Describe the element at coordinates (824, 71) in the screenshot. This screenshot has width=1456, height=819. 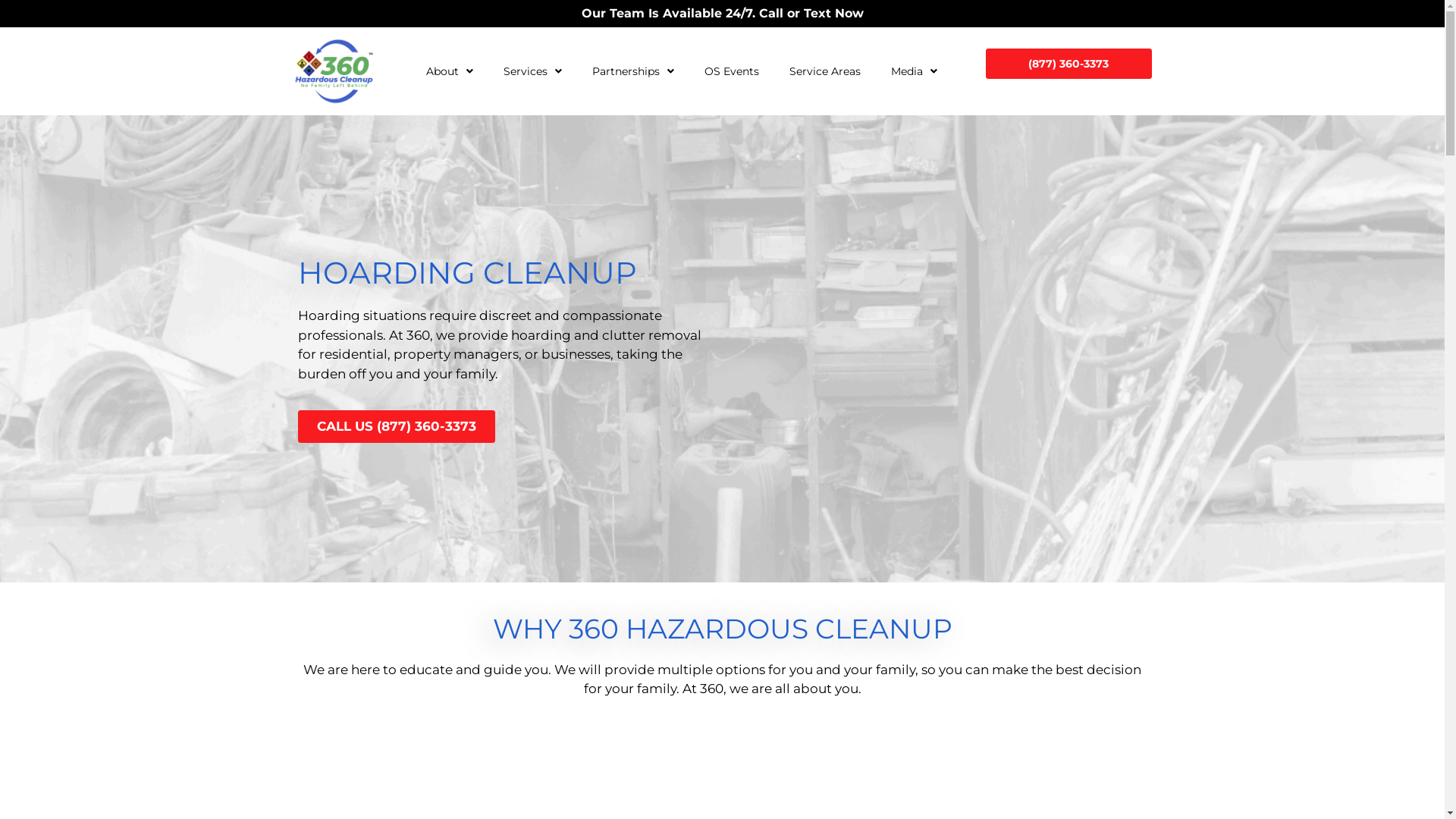
I see `'Service Areas'` at that location.